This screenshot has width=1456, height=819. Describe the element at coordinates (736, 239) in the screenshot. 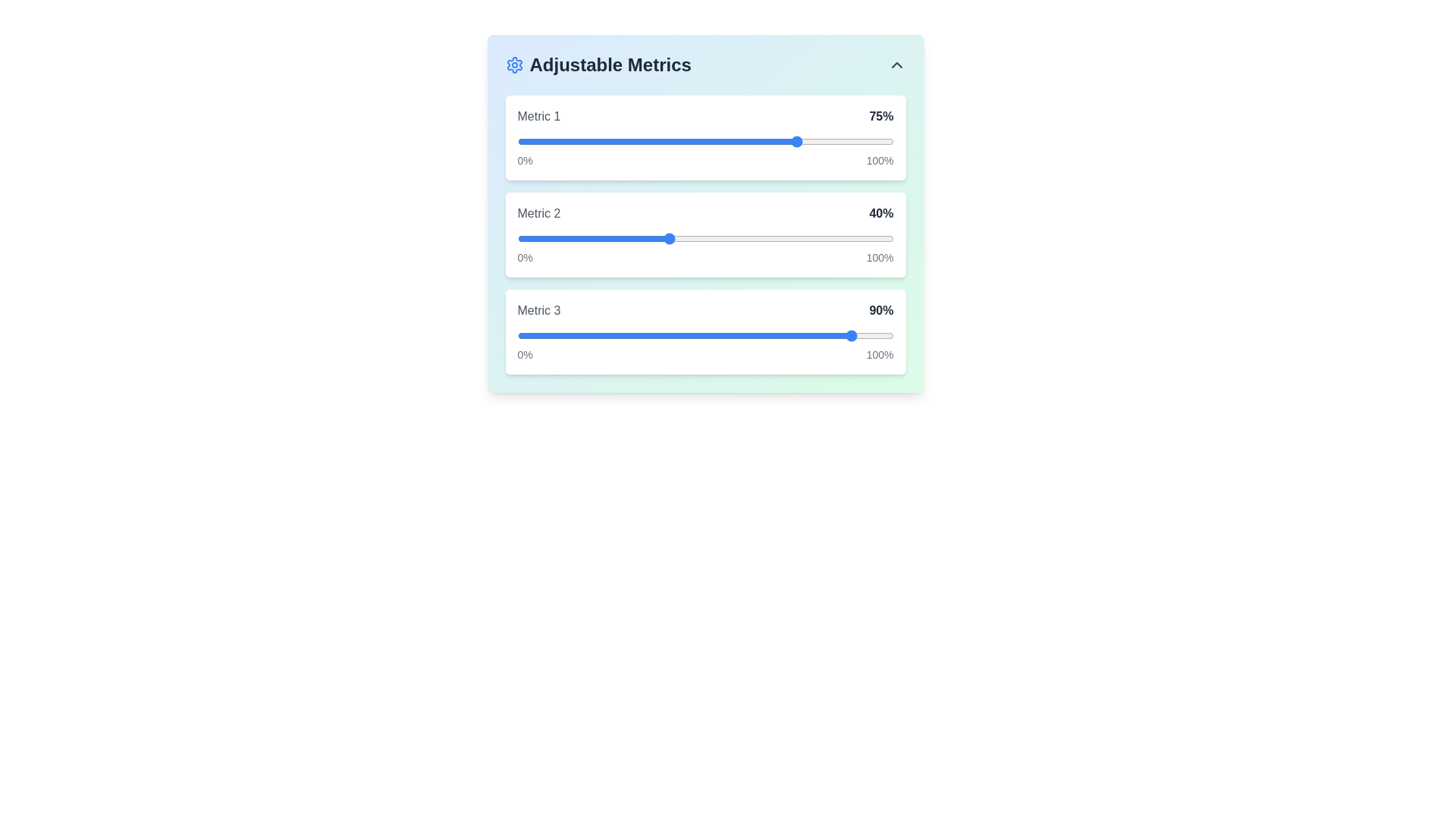

I see `Metric 2 value` at that location.